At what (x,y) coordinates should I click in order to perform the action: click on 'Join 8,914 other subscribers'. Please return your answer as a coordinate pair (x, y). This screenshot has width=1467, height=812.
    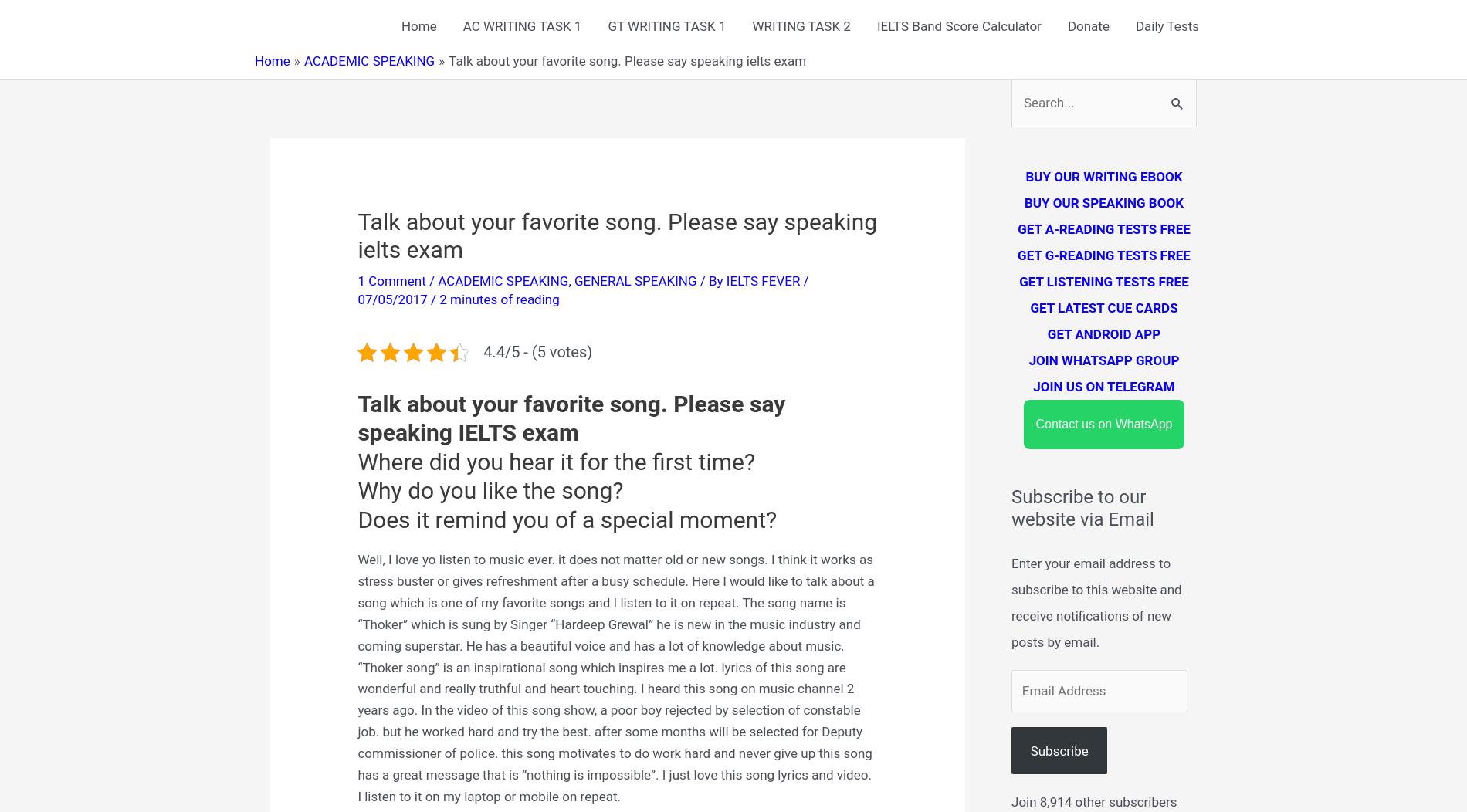
    Looking at the image, I should click on (1011, 800).